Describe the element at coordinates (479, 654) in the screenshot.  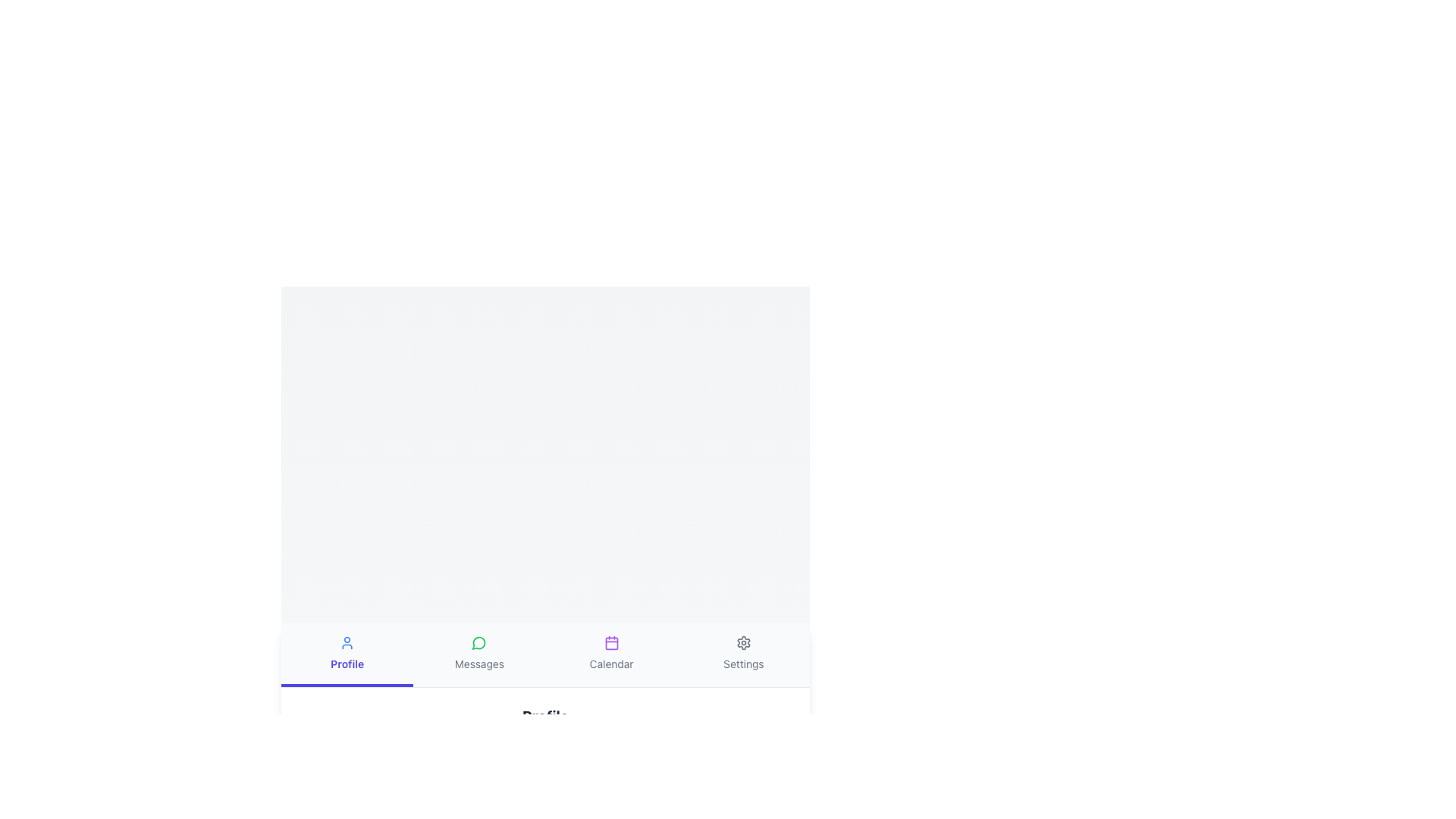
I see `the 'Messages' navigation button, which is represented by a circular green icon with the label 'Messages' in gray text, located in the bottom navigation bar` at that location.